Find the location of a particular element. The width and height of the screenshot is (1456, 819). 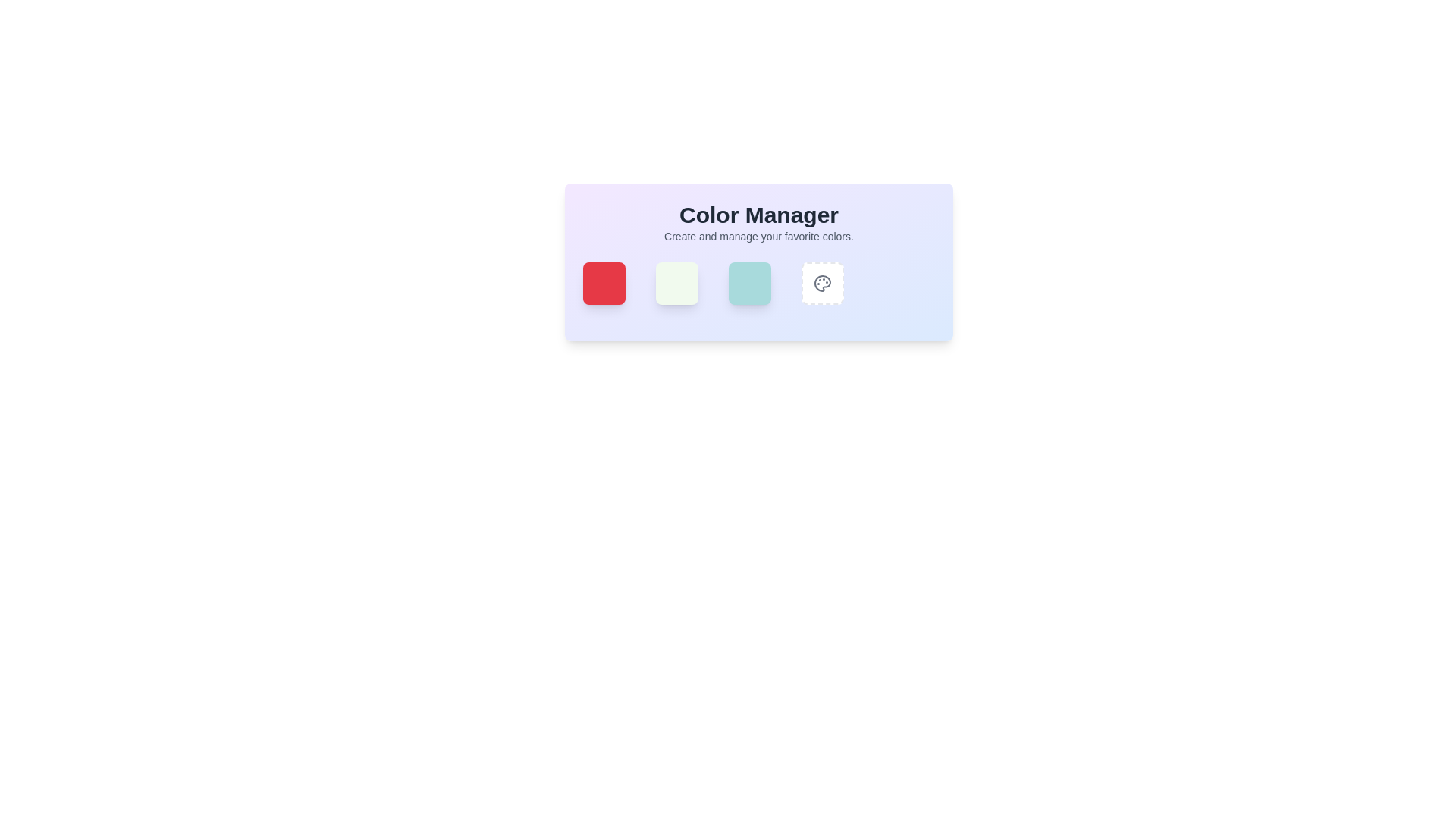

the selectable color tile, which is the third item in a horizontally-aligned grid of five items is located at coordinates (749, 284).